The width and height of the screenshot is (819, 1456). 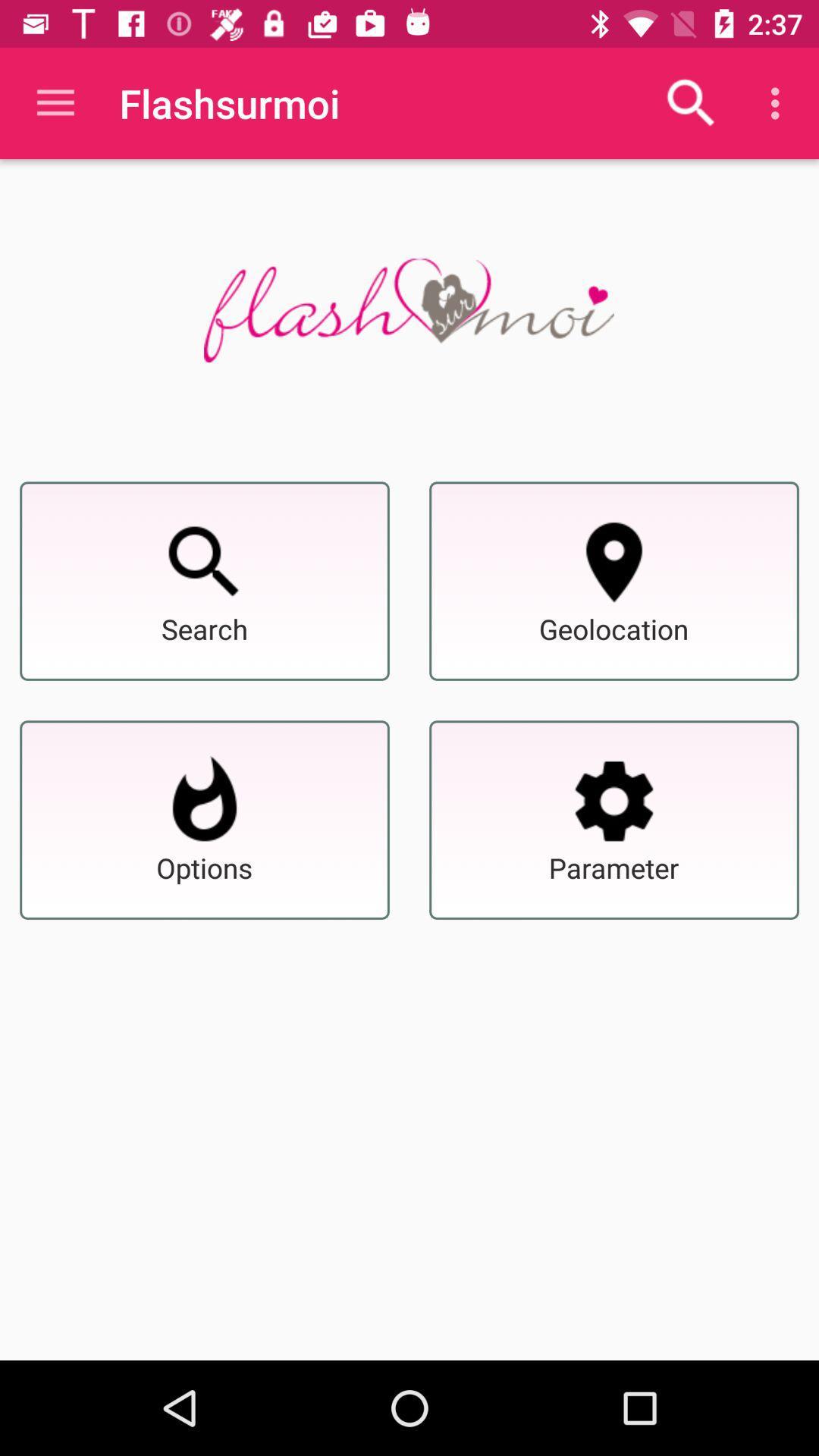 What do you see at coordinates (614, 561) in the screenshot?
I see `find location` at bounding box center [614, 561].